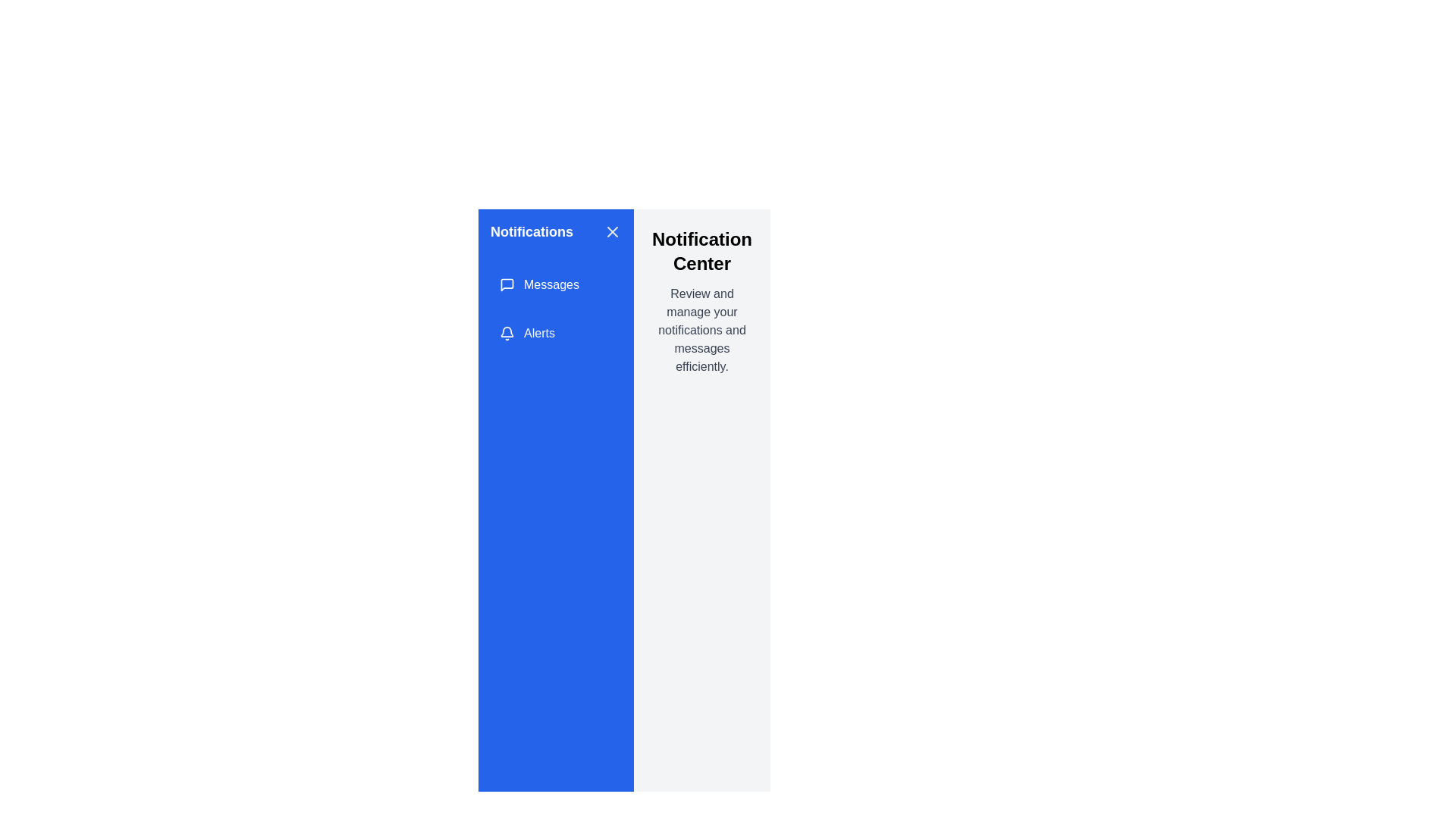 The height and width of the screenshot is (819, 1456). What do you see at coordinates (612, 231) in the screenshot?
I see `the dismiss notifications button, which is a small 'X' icon with a white stroke and blue background located in the top-right corner of the 'Notifications' header bar, next to the 'Notifications' label` at bounding box center [612, 231].